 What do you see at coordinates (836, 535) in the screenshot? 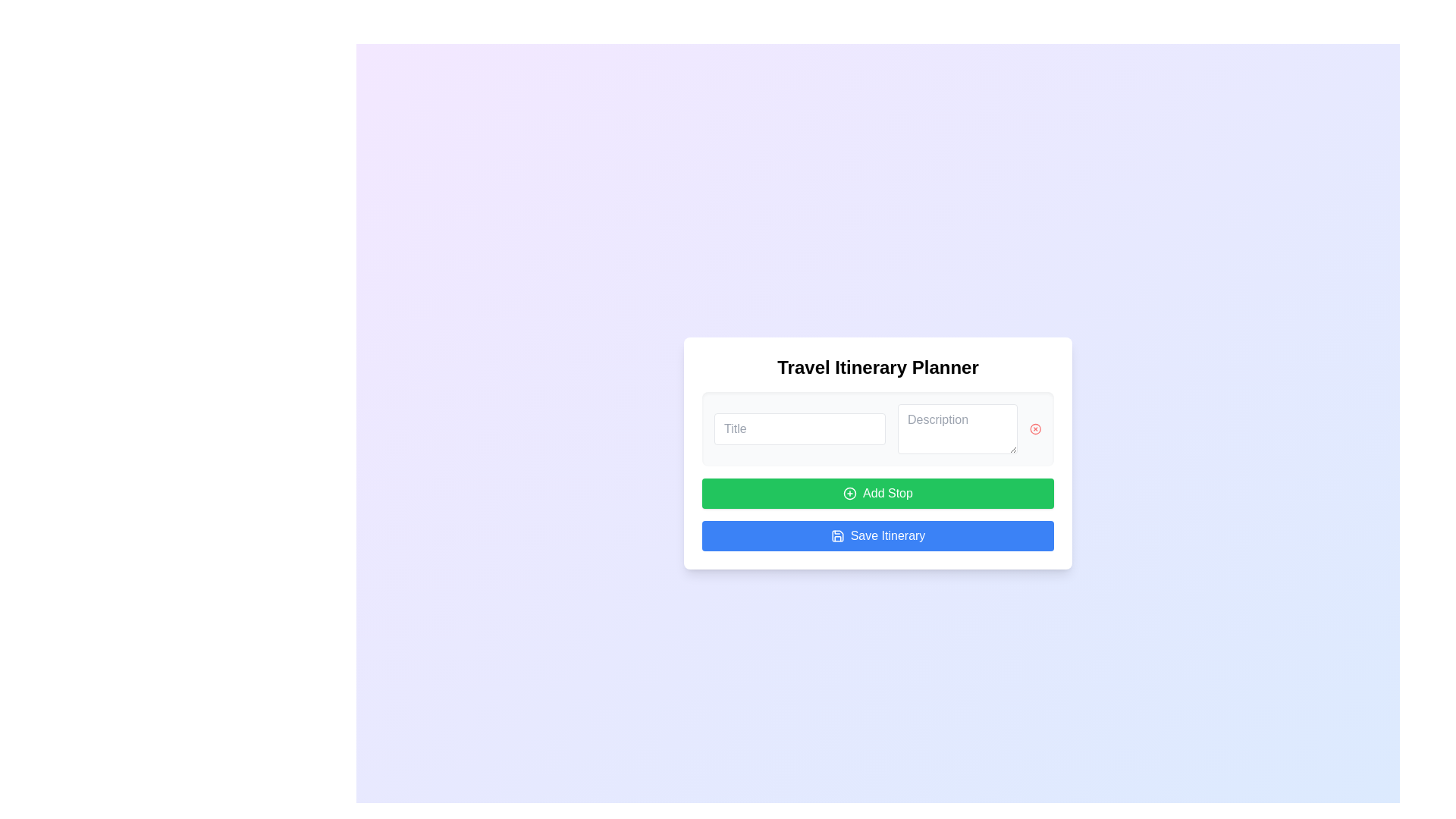
I see `the save disk icon, which is styled with a blue background and white lines, located to the left of the 'Save Itinerary' text within the blue button` at bounding box center [836, 535].